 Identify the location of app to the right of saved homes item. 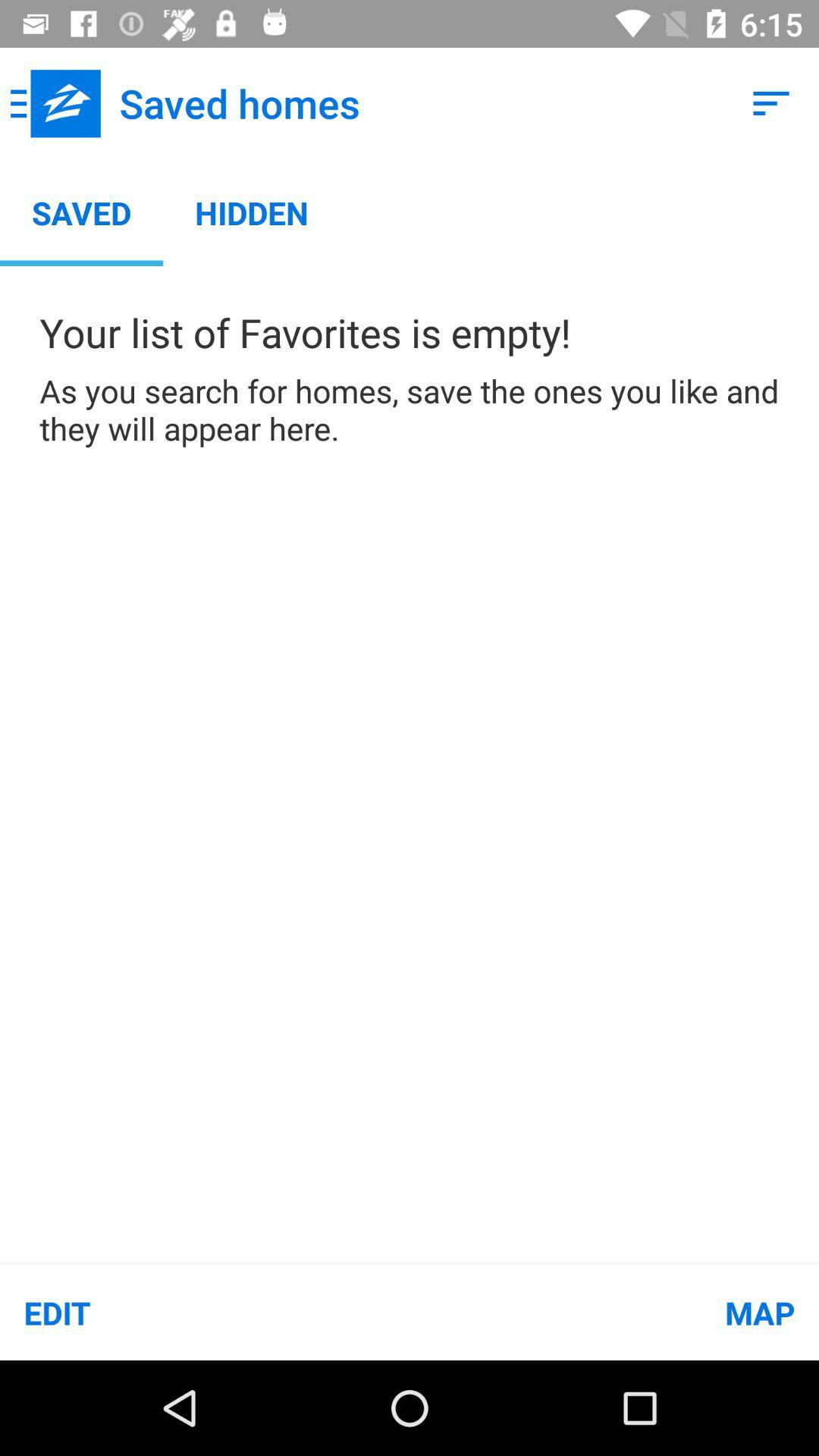
(771, 102).